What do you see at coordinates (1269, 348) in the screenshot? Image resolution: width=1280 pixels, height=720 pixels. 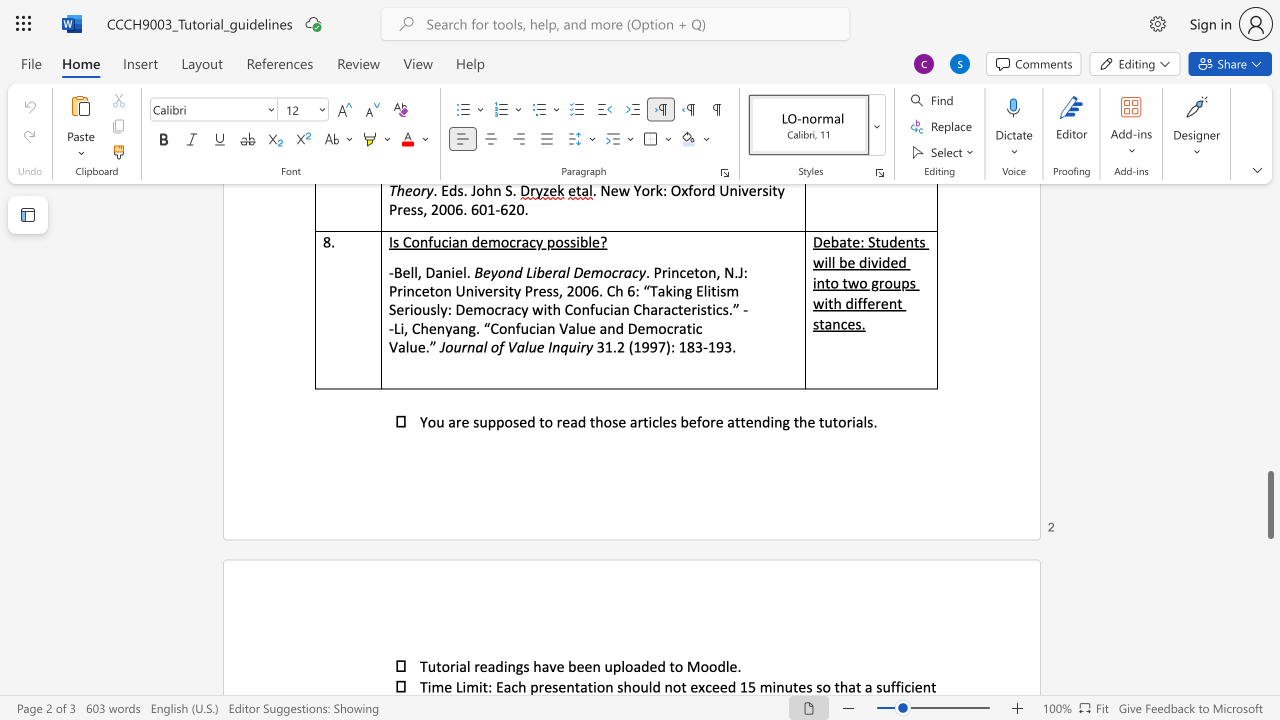 I see `the scrollbar to move the view up` at bounding box center [1269, 348].